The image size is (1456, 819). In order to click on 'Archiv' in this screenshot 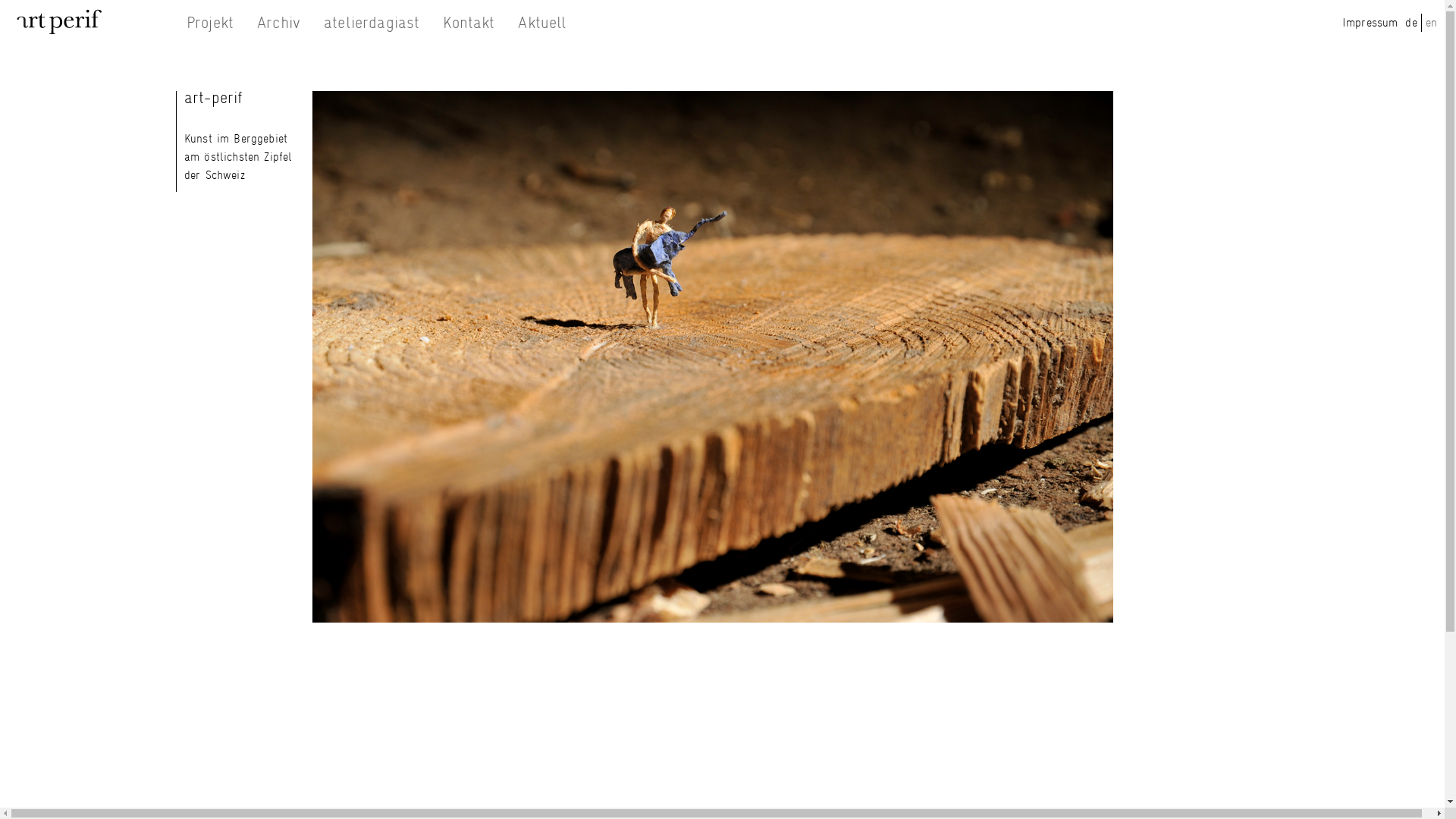, I will do `click(278, 22)`.